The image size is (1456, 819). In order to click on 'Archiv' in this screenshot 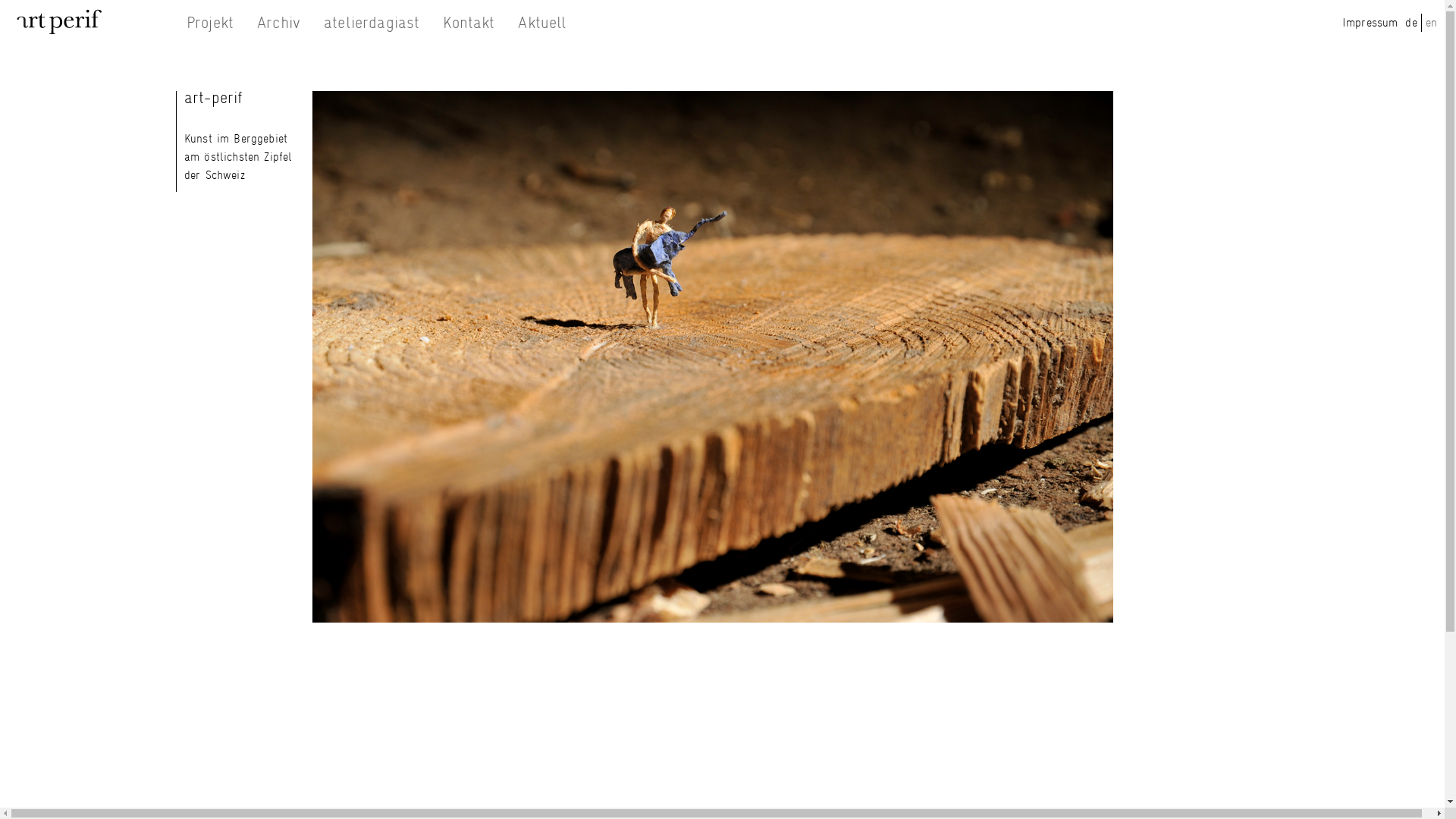, I will do `click(278, 22)`.